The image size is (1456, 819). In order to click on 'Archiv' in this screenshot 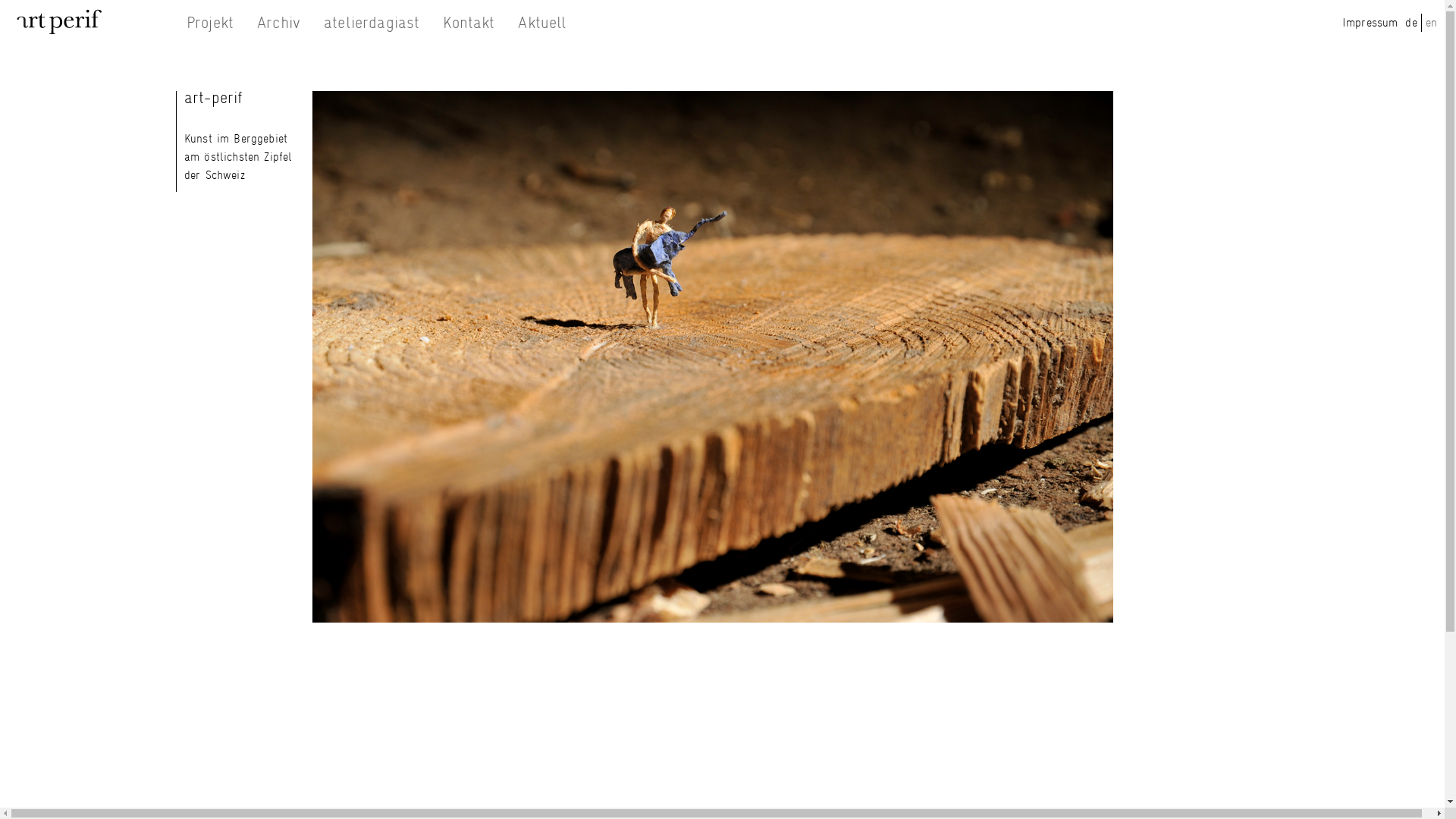, I will do `click(278, 22)`.